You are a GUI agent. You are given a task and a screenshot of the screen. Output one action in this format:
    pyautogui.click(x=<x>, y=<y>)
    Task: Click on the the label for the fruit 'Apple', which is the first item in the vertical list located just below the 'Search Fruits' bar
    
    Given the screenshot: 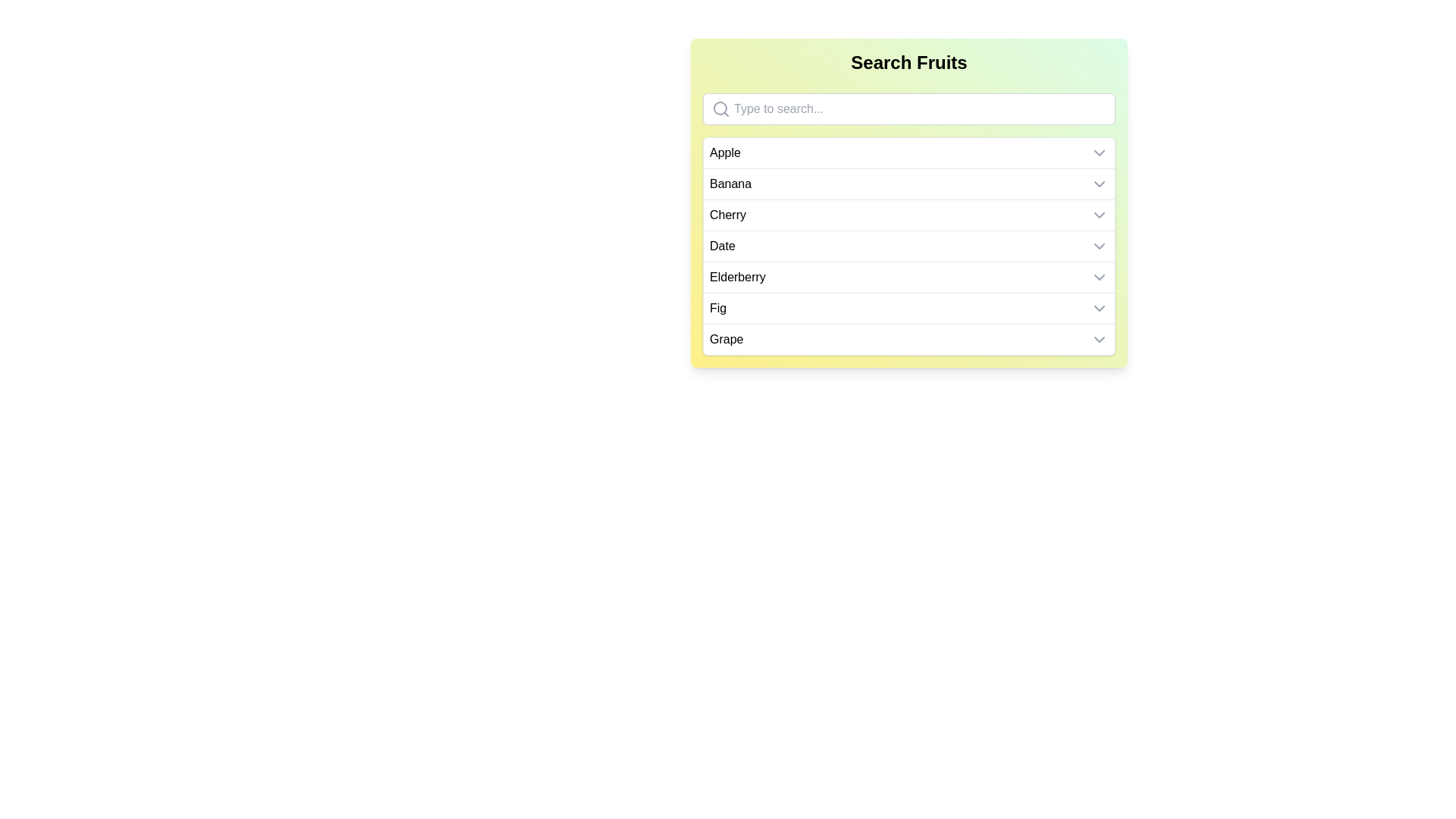 What is the action you would take?
    pyautogui.click(x=724, y=152)
    